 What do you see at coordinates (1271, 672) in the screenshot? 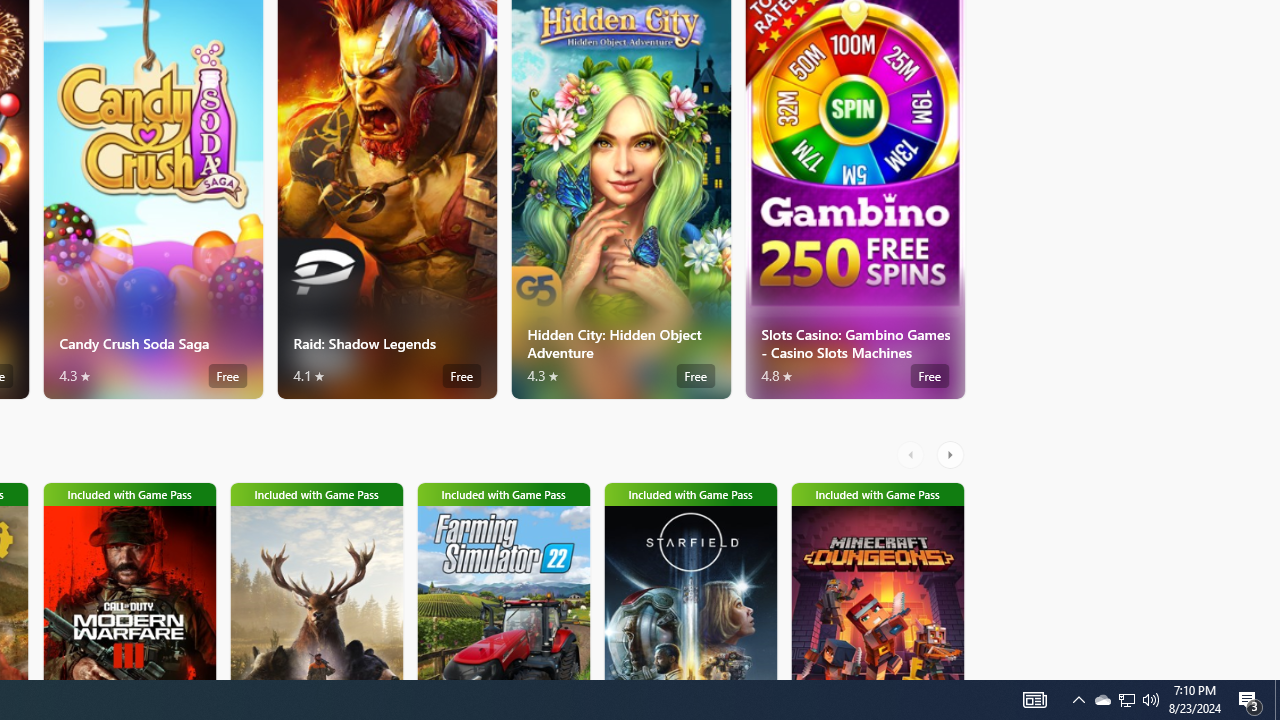
I see `'Vertical Small Increase'` at bounding box center [1271, 672].